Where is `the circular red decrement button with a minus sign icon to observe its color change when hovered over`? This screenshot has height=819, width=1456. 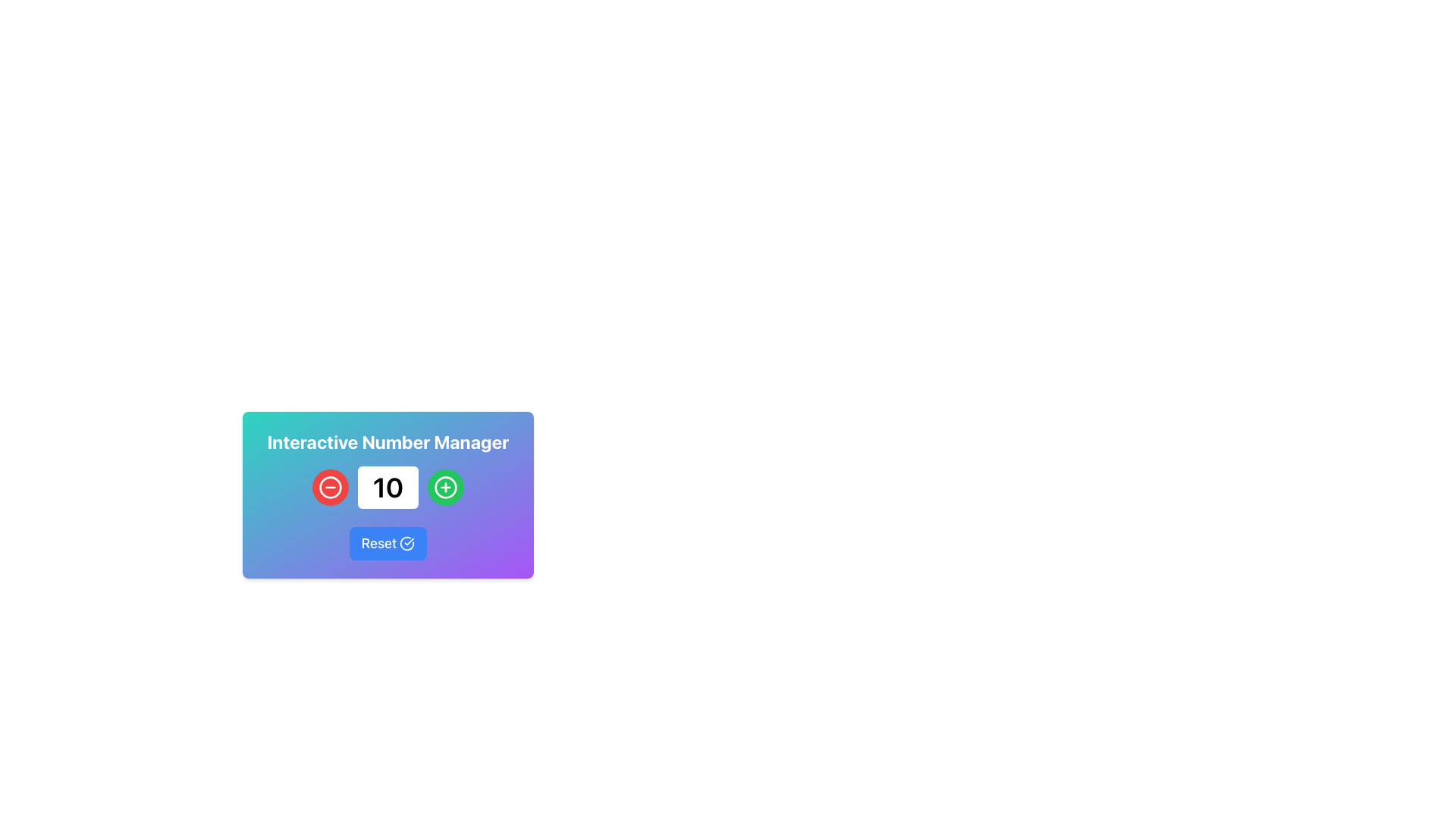
the circular red decrement button with a minus sign icon to observe its color change when hovered over is located at coordinates (330, 488).